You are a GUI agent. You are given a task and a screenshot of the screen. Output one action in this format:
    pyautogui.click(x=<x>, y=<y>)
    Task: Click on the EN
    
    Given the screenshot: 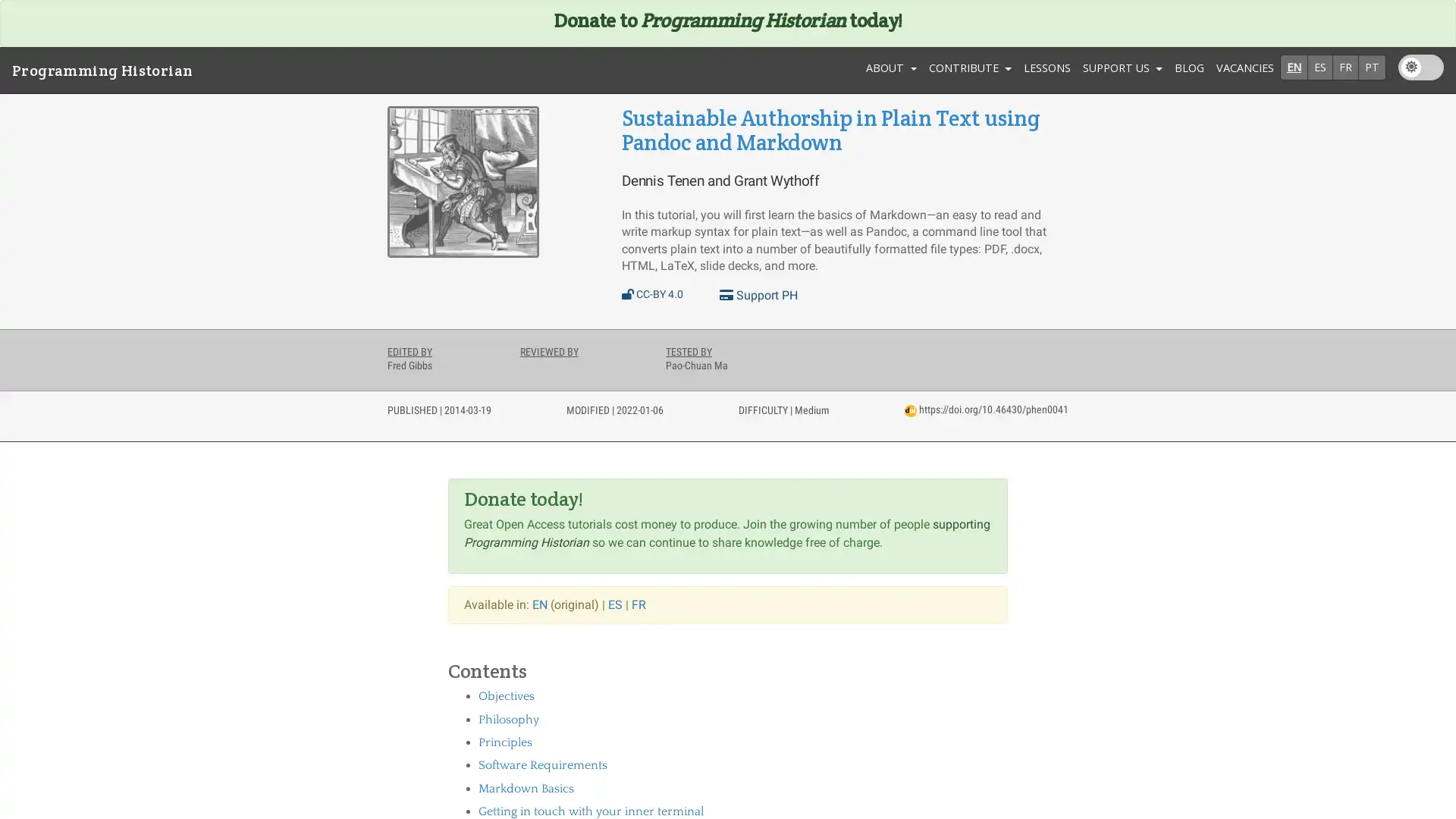 What is the action you would take?
    pyautogui.click(x=1293, y=66)
    